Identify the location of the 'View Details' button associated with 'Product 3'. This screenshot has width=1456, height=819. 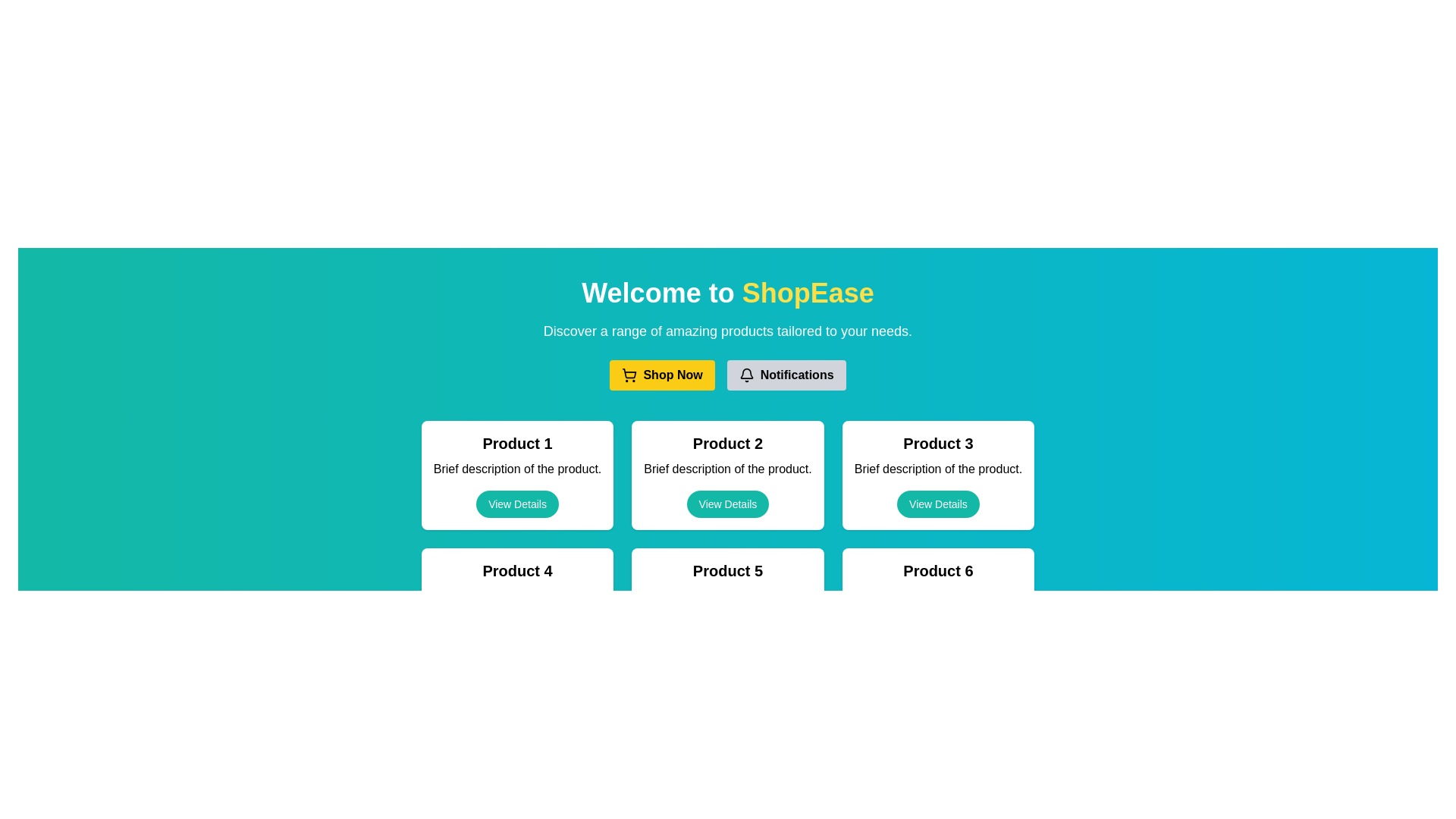
(937, 504).